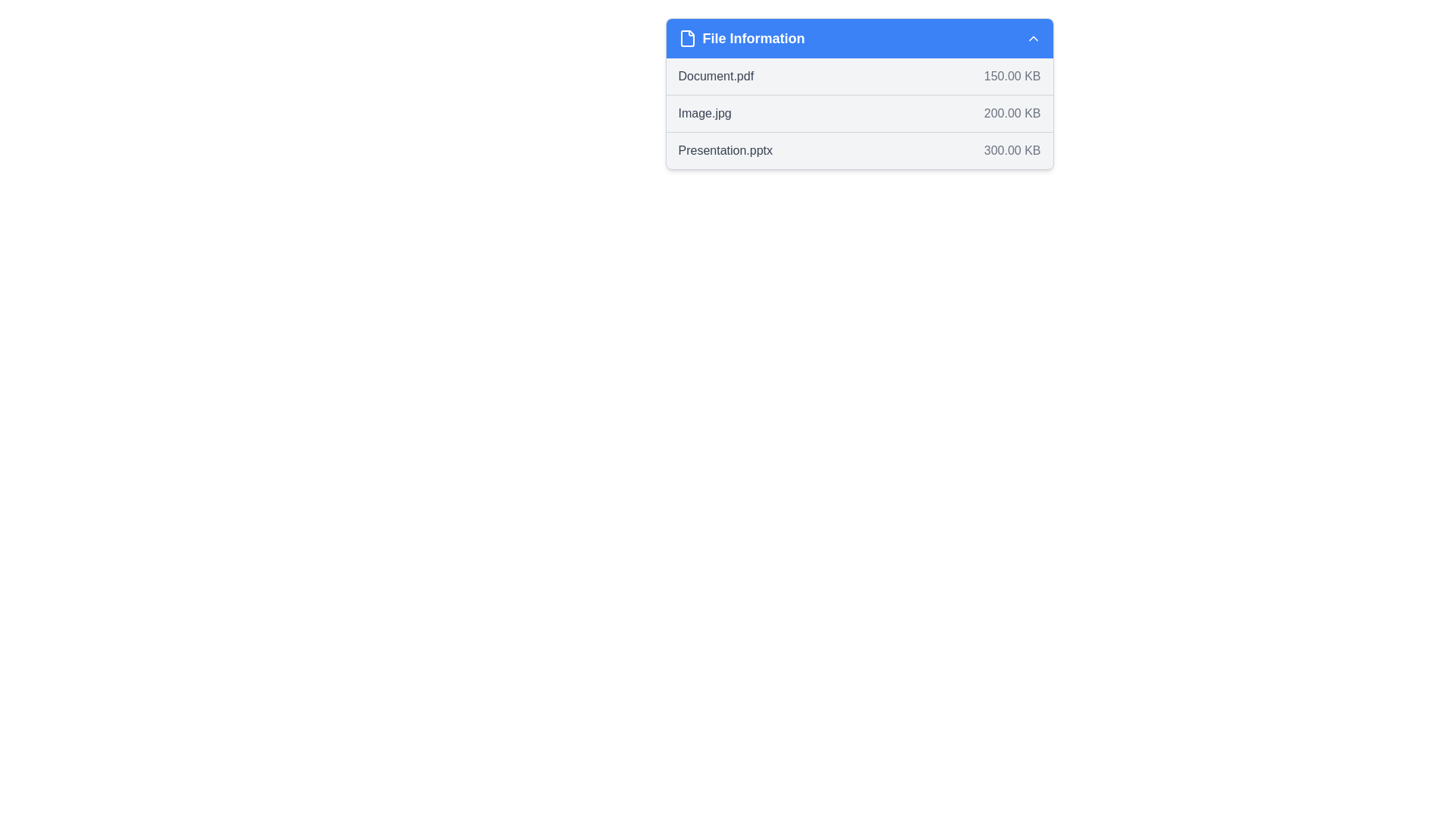  I want to click on text displayed on the label with an icon that serves as a title for the section indicating file details, located at the top-left corner of the header section of the widget, so click(742, 37).